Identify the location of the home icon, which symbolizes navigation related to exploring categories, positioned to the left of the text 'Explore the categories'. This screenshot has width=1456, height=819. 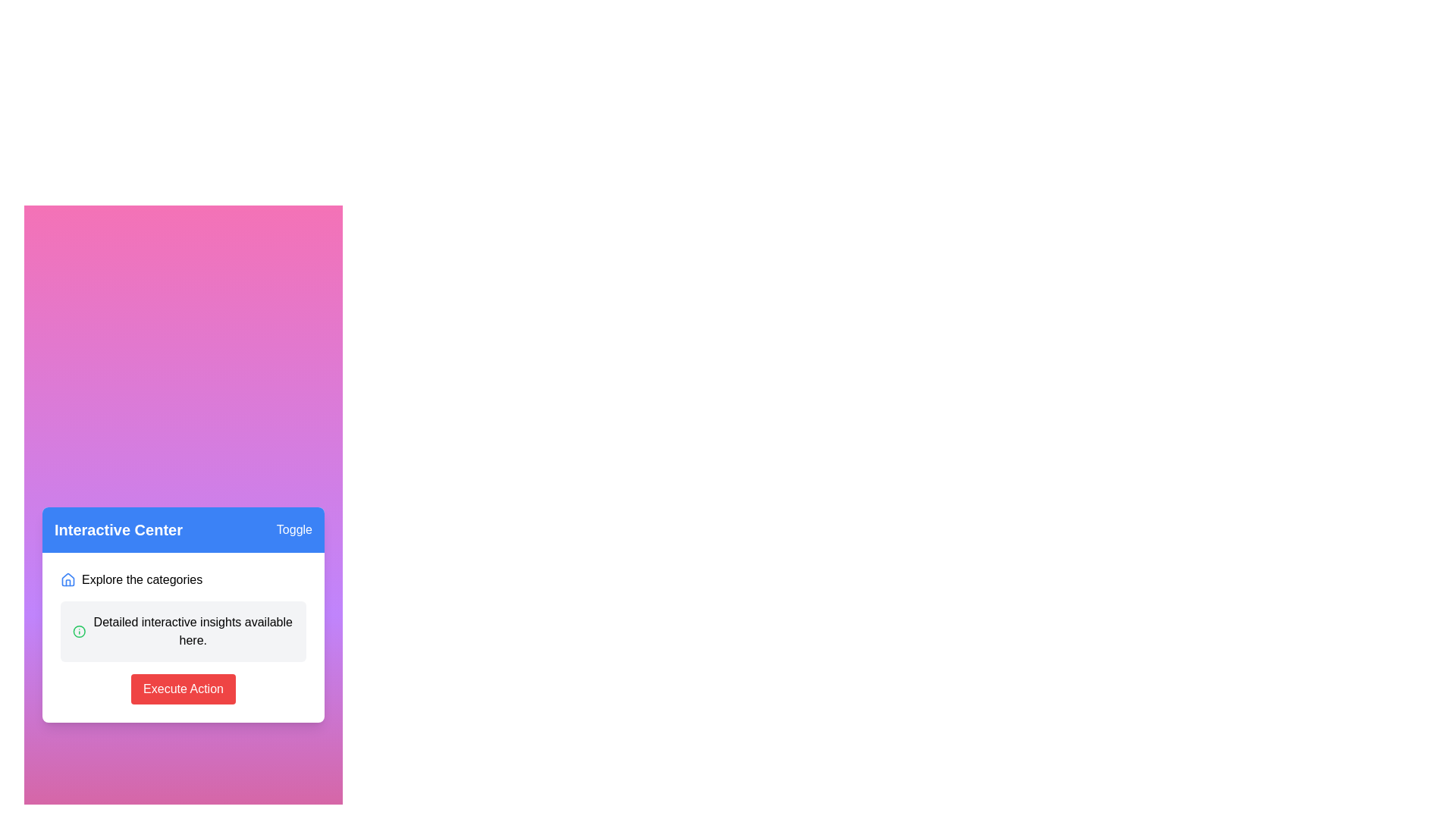
(67, 579).